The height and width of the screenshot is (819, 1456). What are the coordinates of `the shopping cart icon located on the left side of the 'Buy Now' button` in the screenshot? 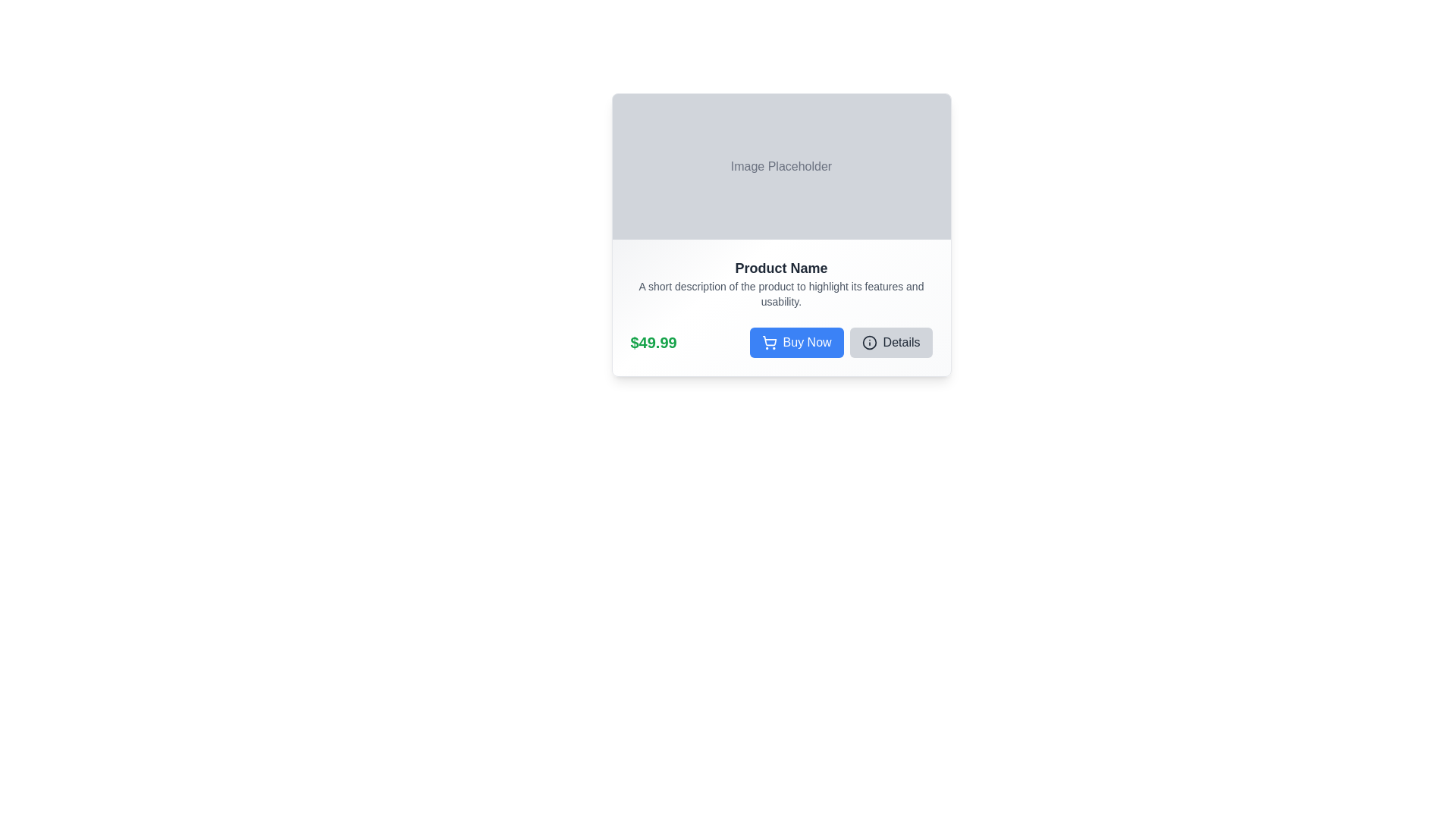 It's located at (769, 342).